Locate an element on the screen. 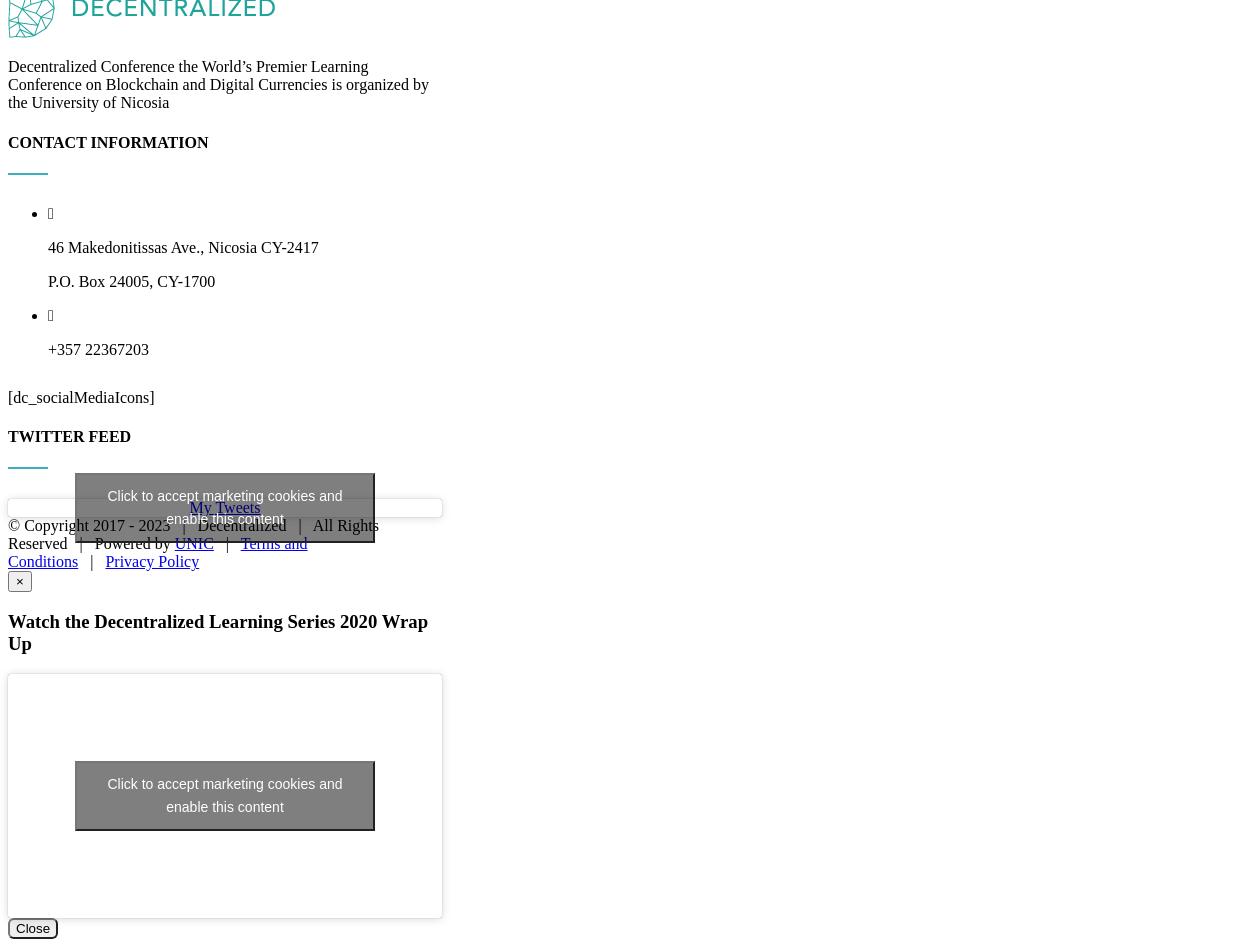 This screenshot has width=1248, height=946. 'Click to accept marketing cookies and enable this content' is located at coordinates (224, 708).